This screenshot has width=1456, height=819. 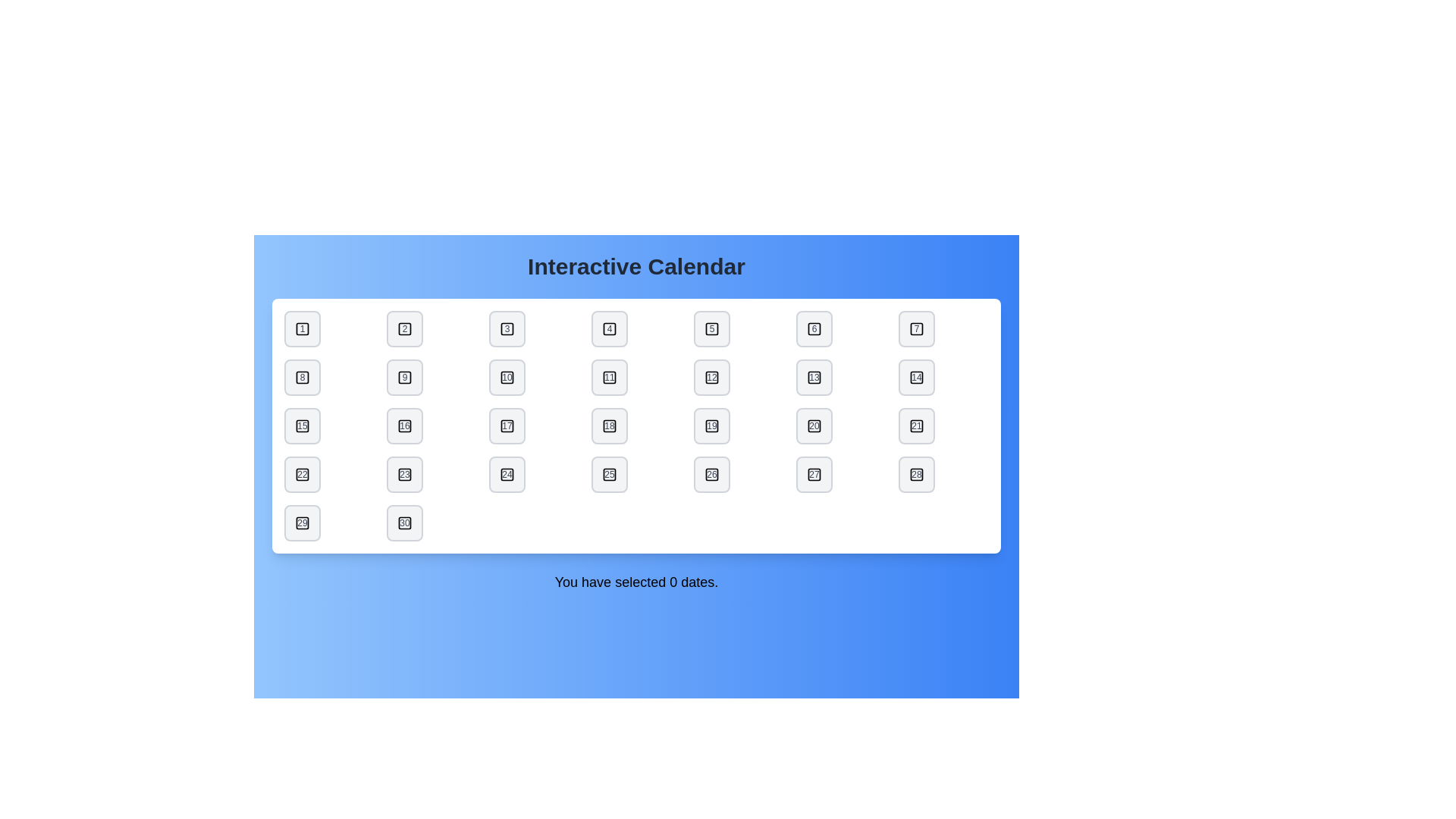 I want to click on the date button labeled 10 to toggle its selection state, so click(x=507, y=376).